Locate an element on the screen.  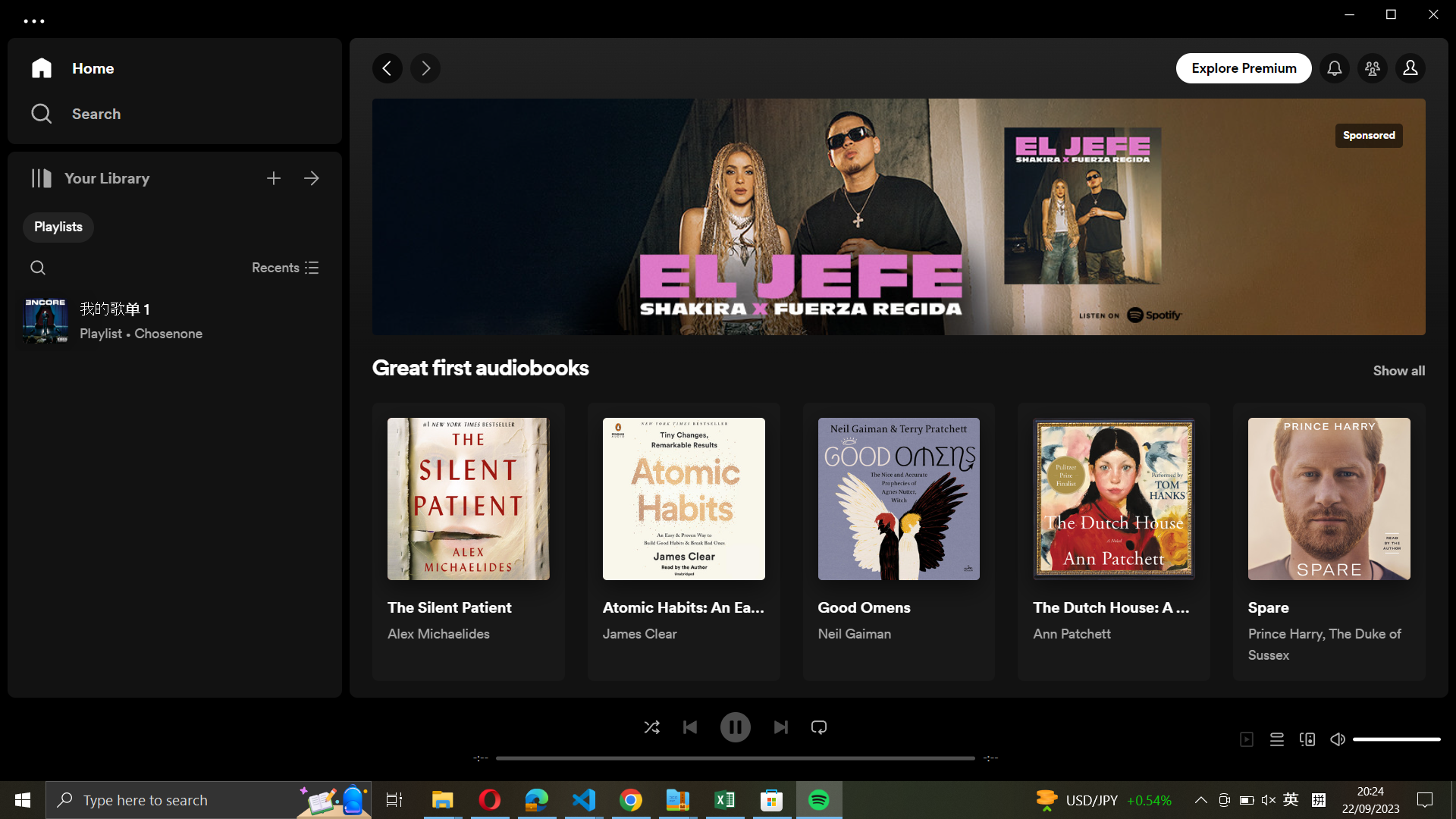
Add the "Silent Patient" audiobook to your personal e-library is located at coordinates (467, 541).